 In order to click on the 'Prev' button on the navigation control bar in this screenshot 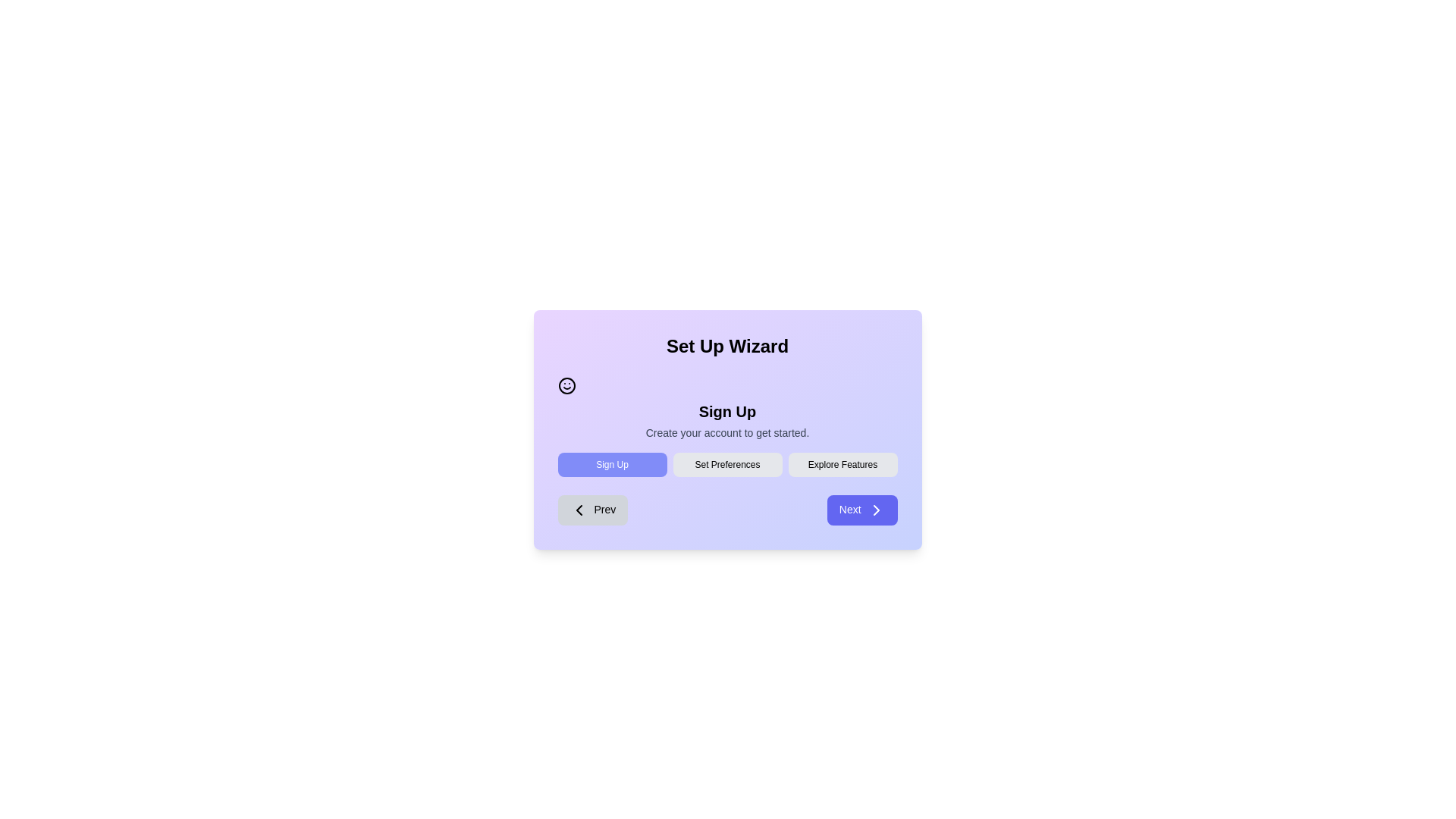, I will do `click(726, 510)`.